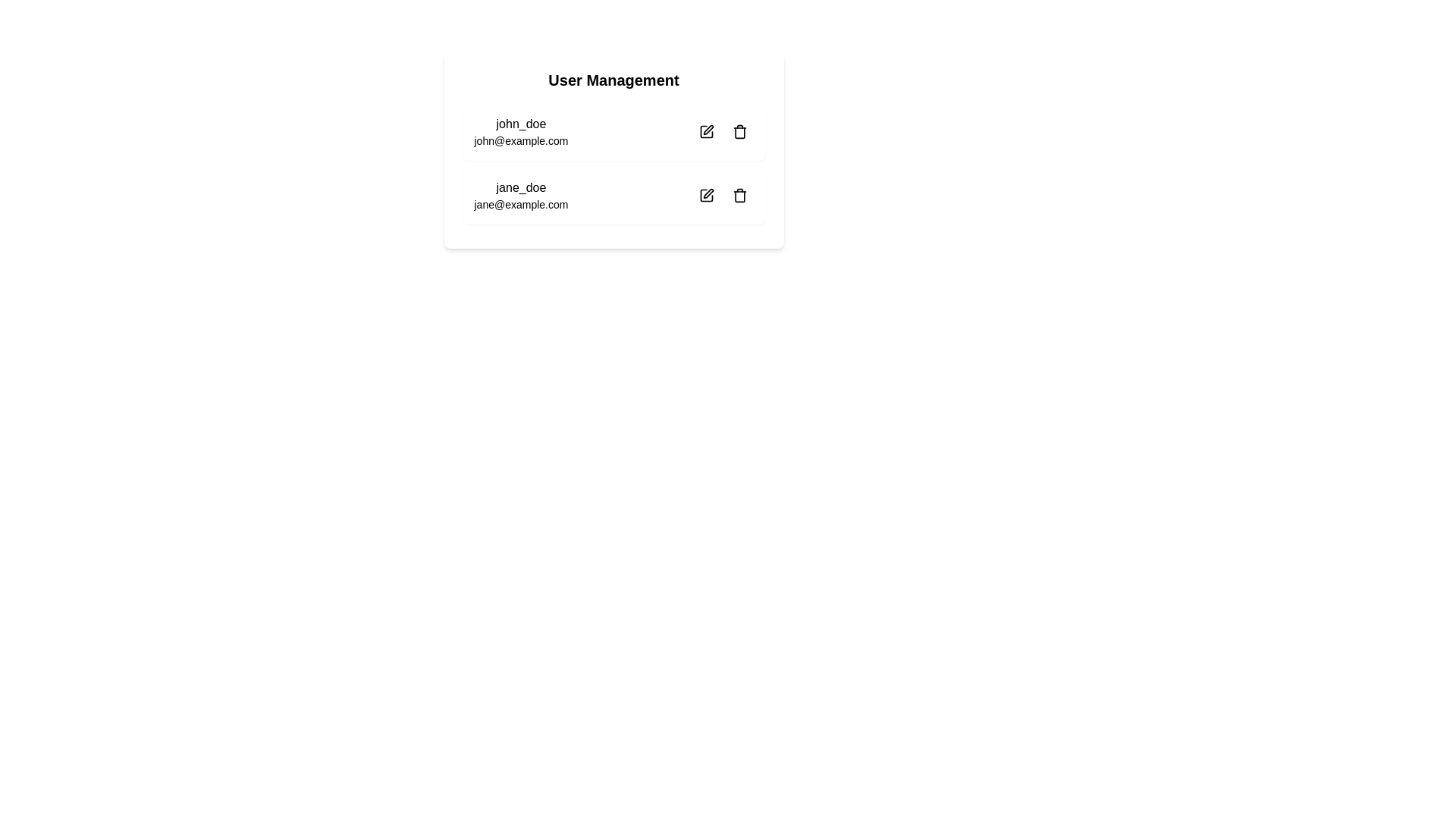  What do you see at coordinates (739, 132) in the screenshot?
I see `the central part of the trash bin icon, which is a vertical rectangular shape with a curved top and bottom, located on the right side of the first user entry` at bounding box center [739, 132].